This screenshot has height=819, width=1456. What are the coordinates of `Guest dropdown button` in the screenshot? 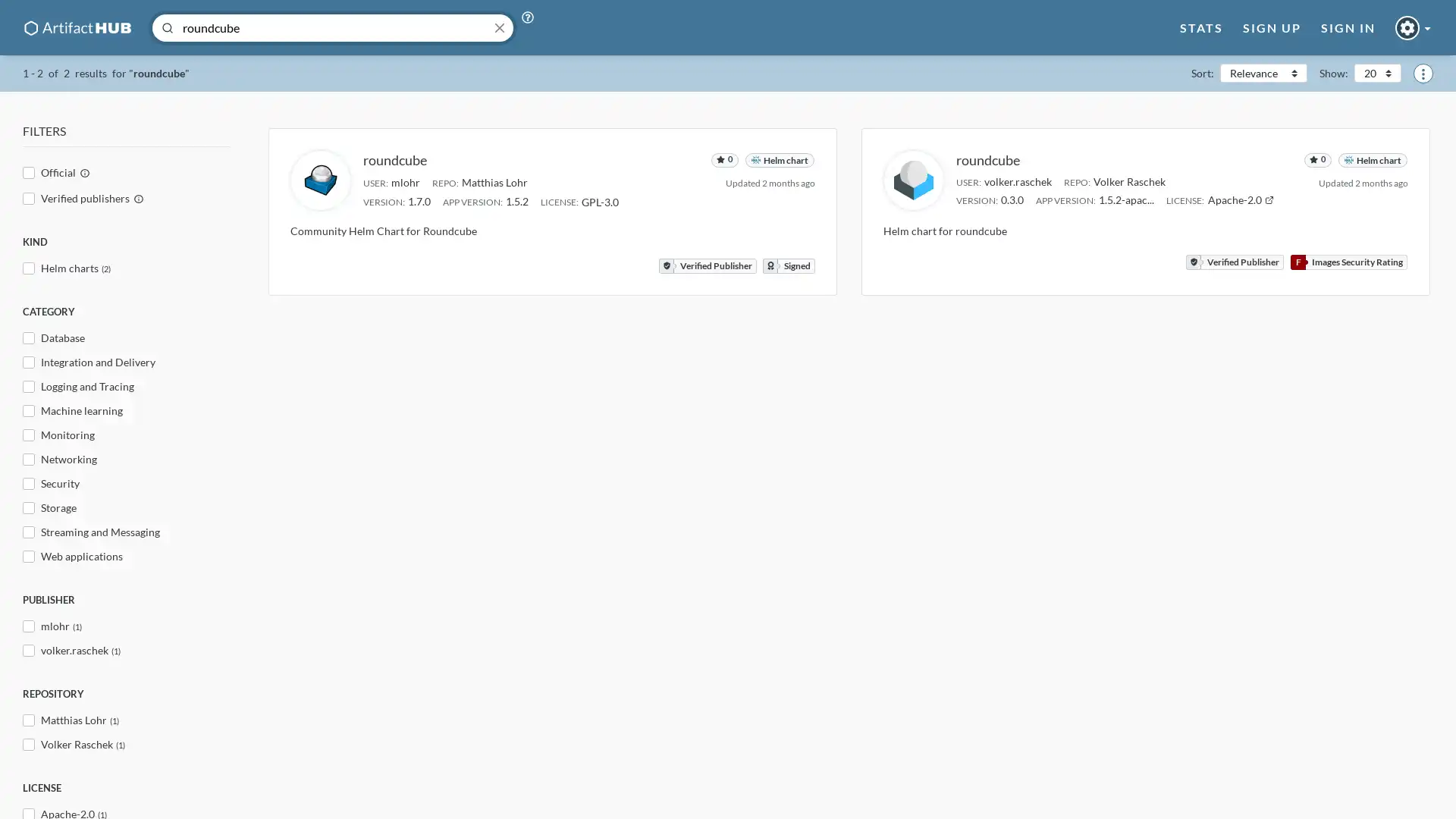 It's located at (1413, 27).